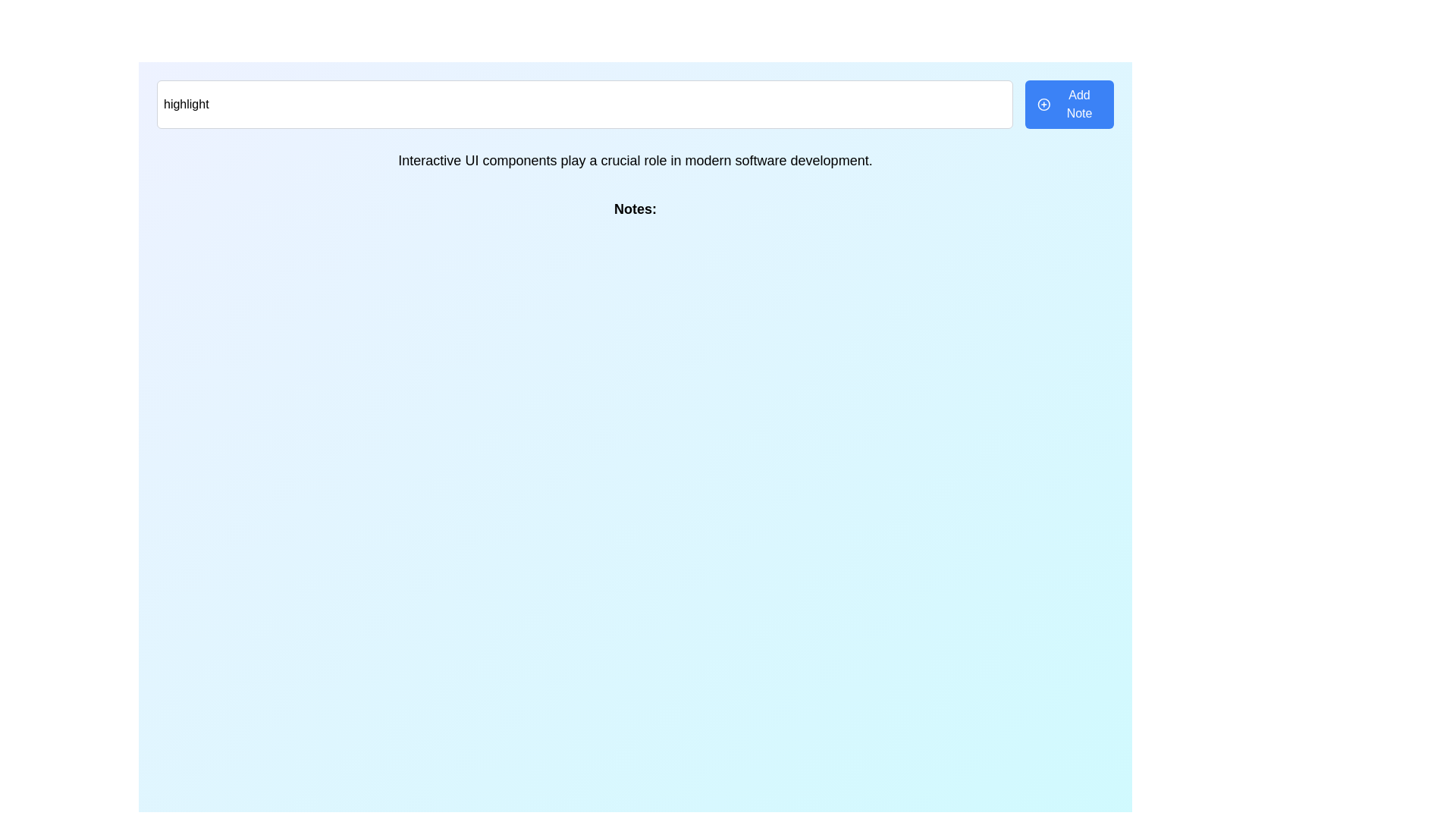  I want to click on the outer circular part of the 'plus' symbol icon located in the top-right corner of the interface next to the 'Add Note' button, so click(1043, 104).